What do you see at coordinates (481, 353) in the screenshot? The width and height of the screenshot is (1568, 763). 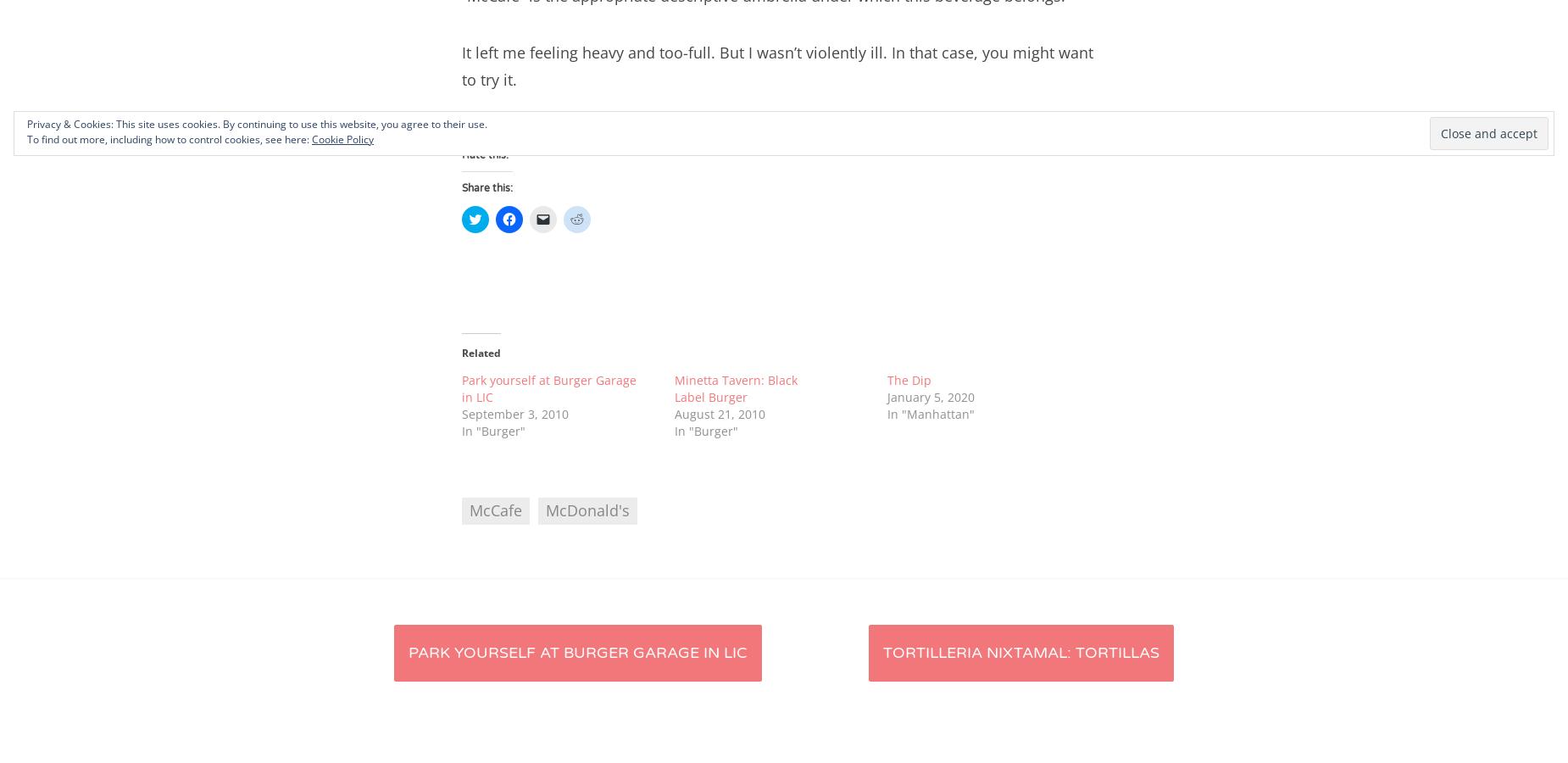 I see `'Related'` at bounding box center [481, 353].